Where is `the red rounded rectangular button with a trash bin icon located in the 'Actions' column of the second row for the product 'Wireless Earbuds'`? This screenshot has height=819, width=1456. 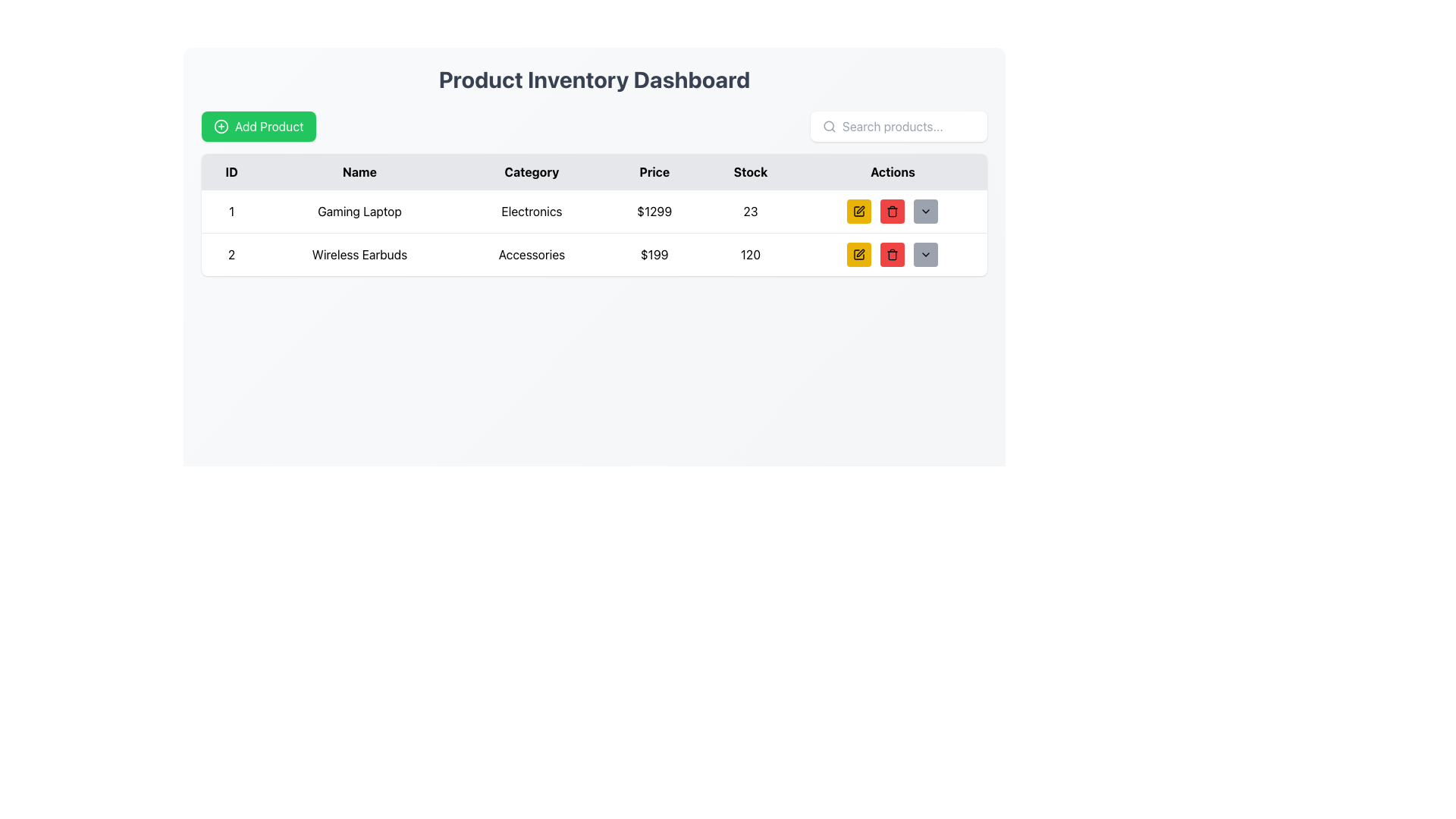
the red rounded rectangular button with a trash bin icon located in the 'Actions' column of the second row for the product 'Wireless Earbuds' is located at coordinates (893, 211).